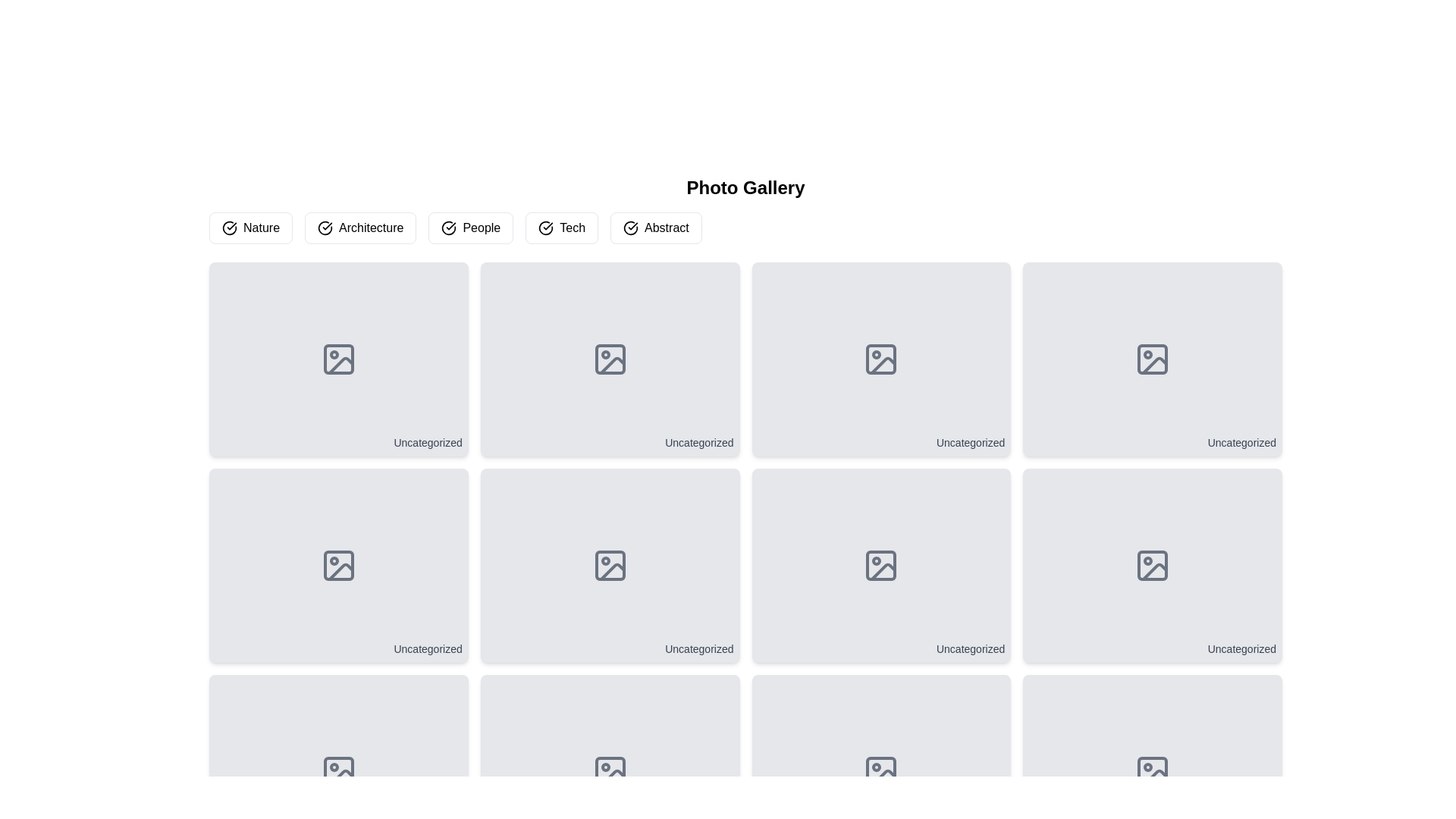 The height and width of the screenshot is (819, 1456). I want to click on the 'Nature' button, which is the first button in a horizontal set of category filters, so click(251, 227).